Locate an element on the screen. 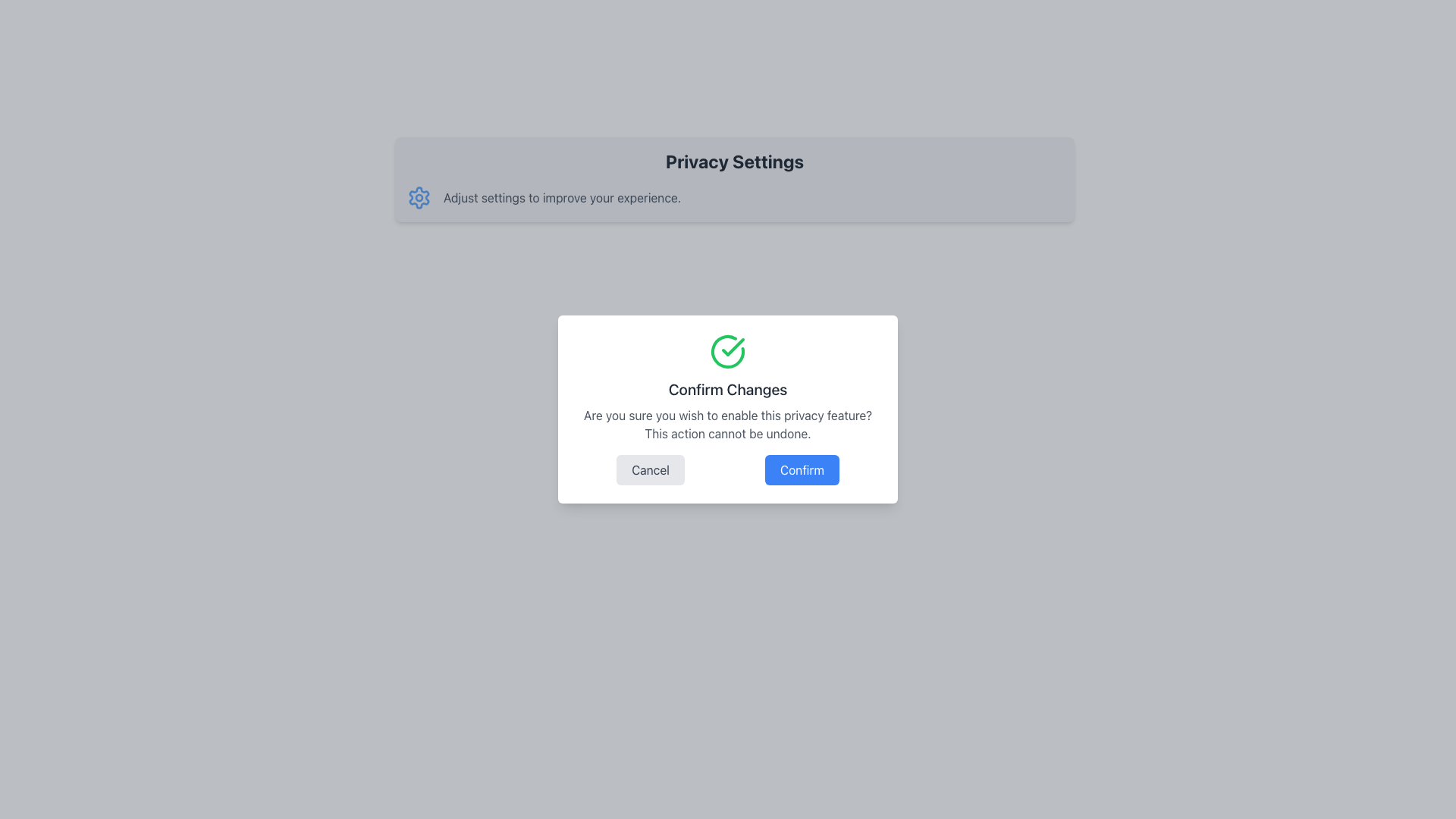  the Informative Display that presents a confirmation message about enabling the privacy feature, located near the top-center of the modal dialog above the 'Cancel' and 'Confirm' buttons is located at coordinates (728, 388).